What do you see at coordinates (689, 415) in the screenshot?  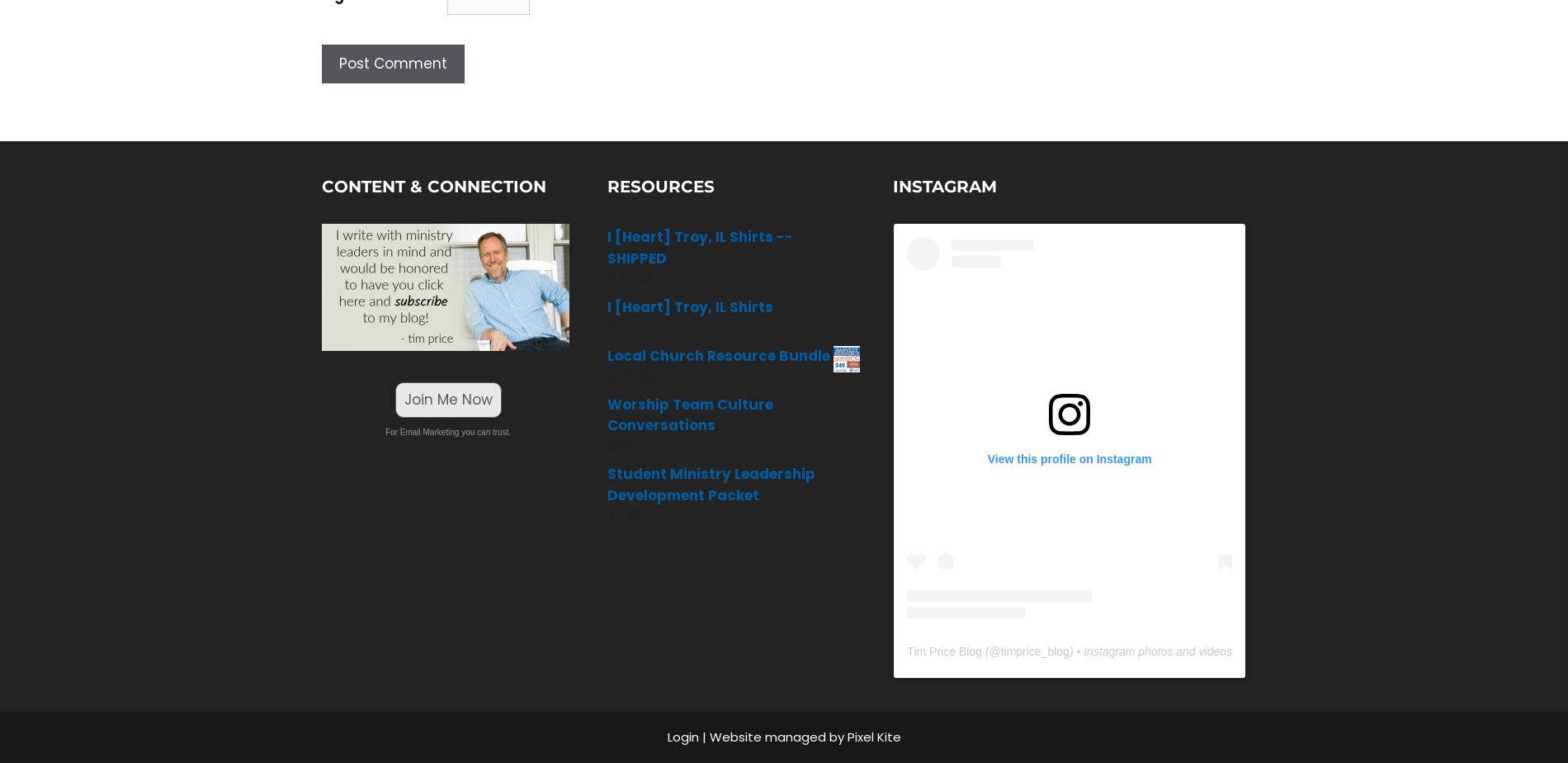 I see `'Worship Team Culture Conversations'` at bounding box center [689, 415].